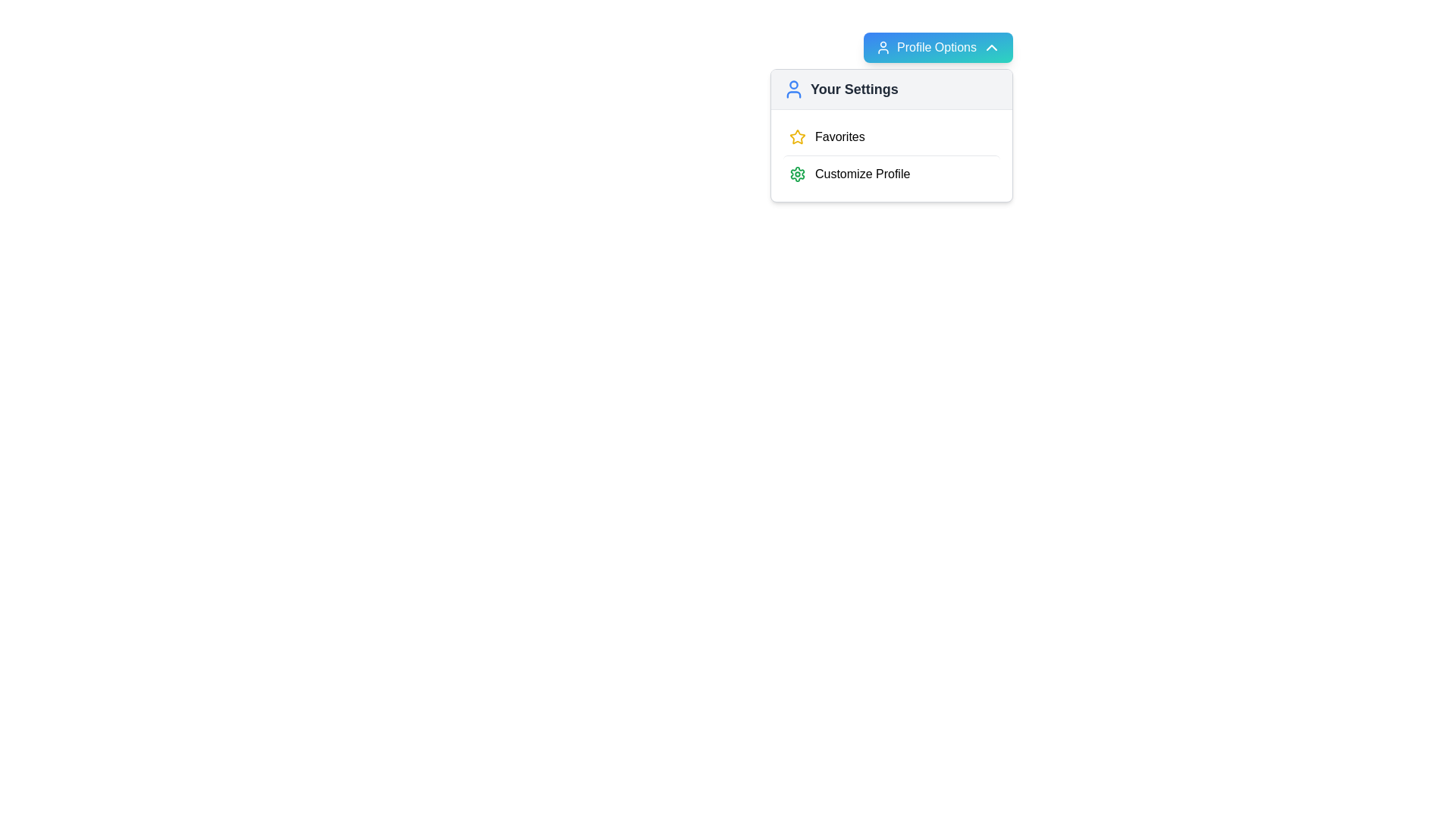  What do you see at coordinates (792, 85) in the screenshot?
I see `the circular part of the user profile icon within the SVG graphic, which is positioned near the top of the dropdown settings menu next to 'Your Settings'` at bounding box center [792, 85].